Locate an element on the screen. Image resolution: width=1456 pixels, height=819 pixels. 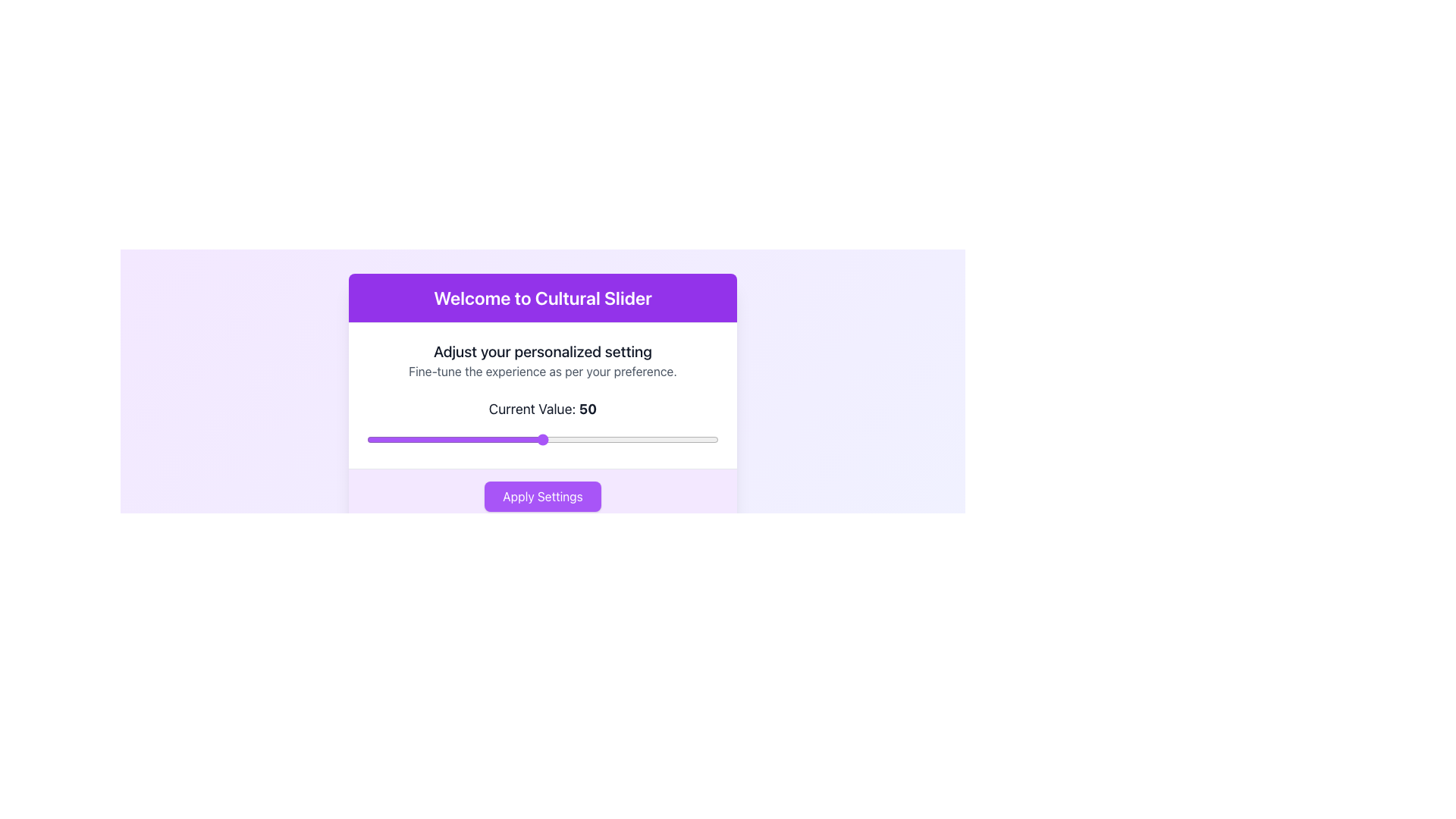
slider value is located at coordinates (686, 439).